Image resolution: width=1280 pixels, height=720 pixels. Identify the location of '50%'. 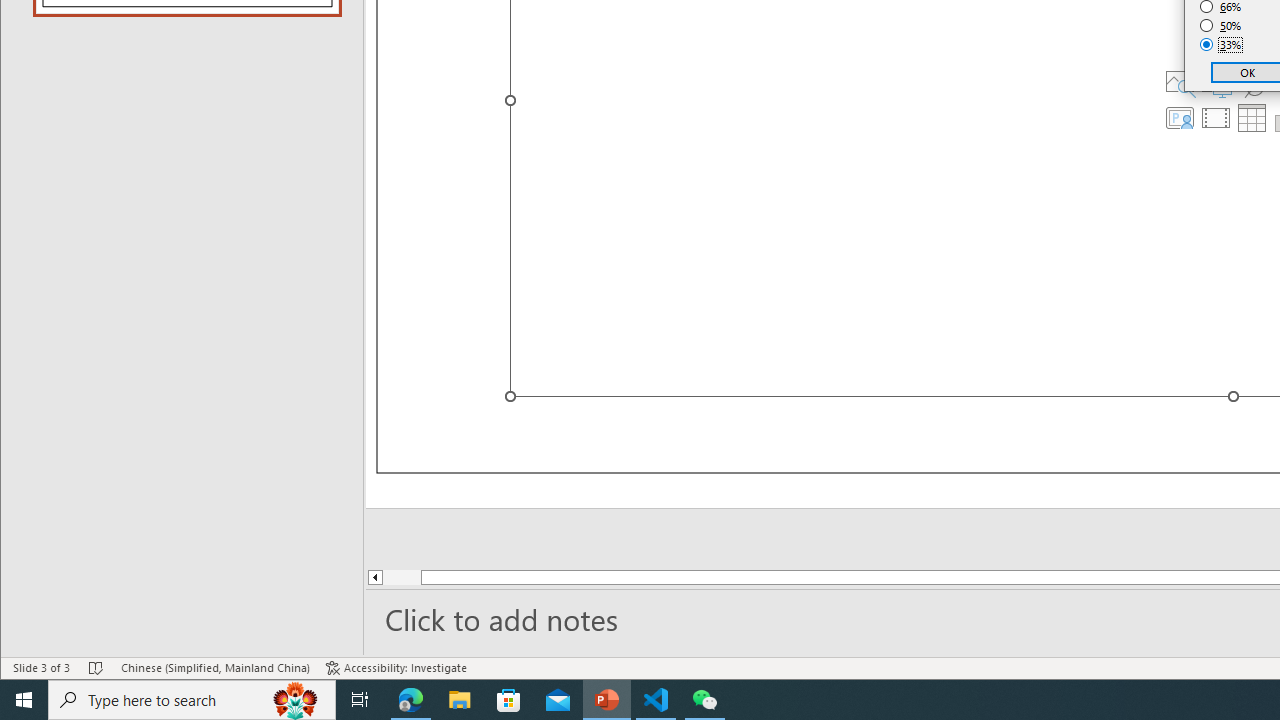
(1220, 25).